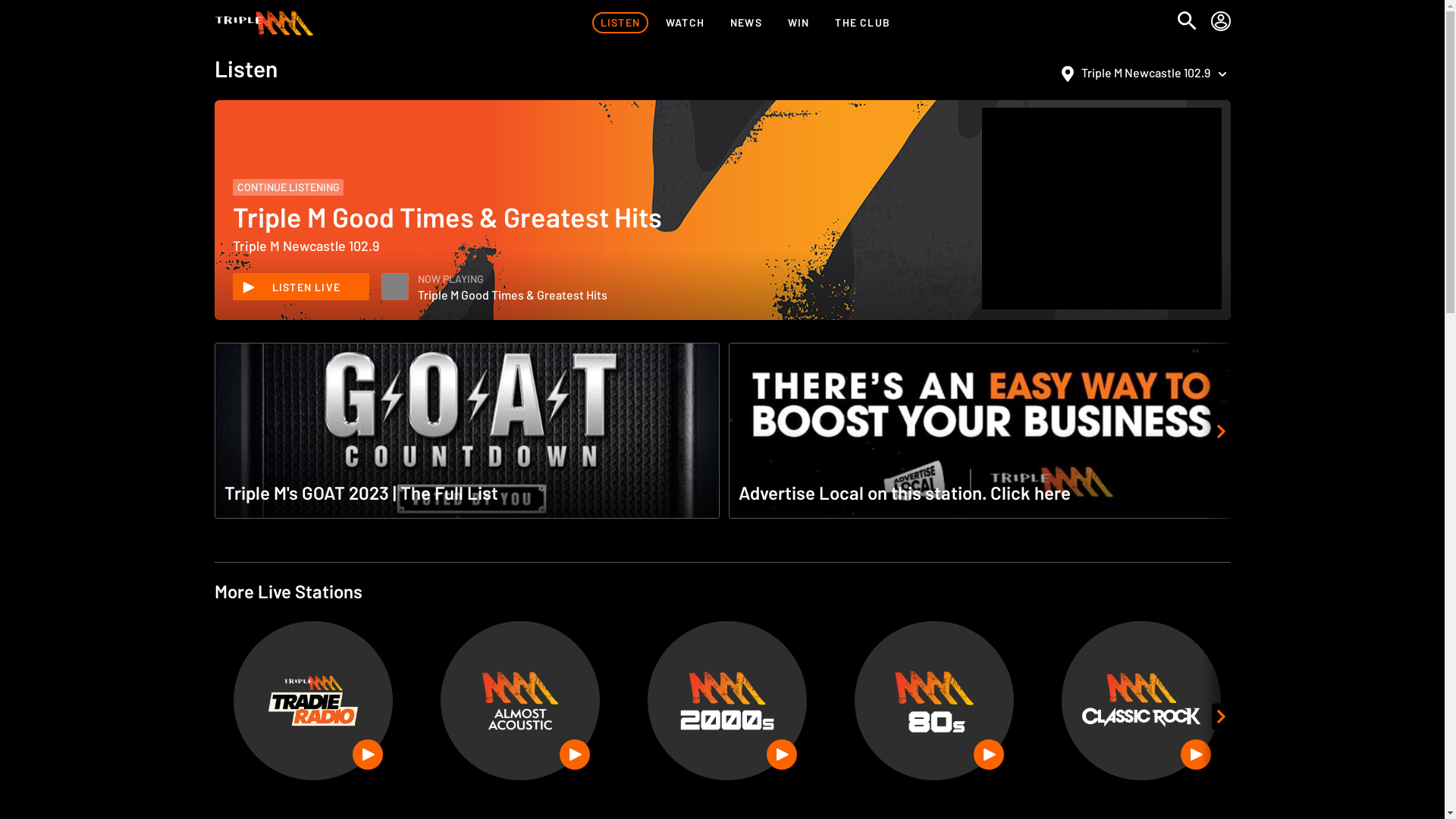  I want to click on '3rd party ad content', so click(987, 208).